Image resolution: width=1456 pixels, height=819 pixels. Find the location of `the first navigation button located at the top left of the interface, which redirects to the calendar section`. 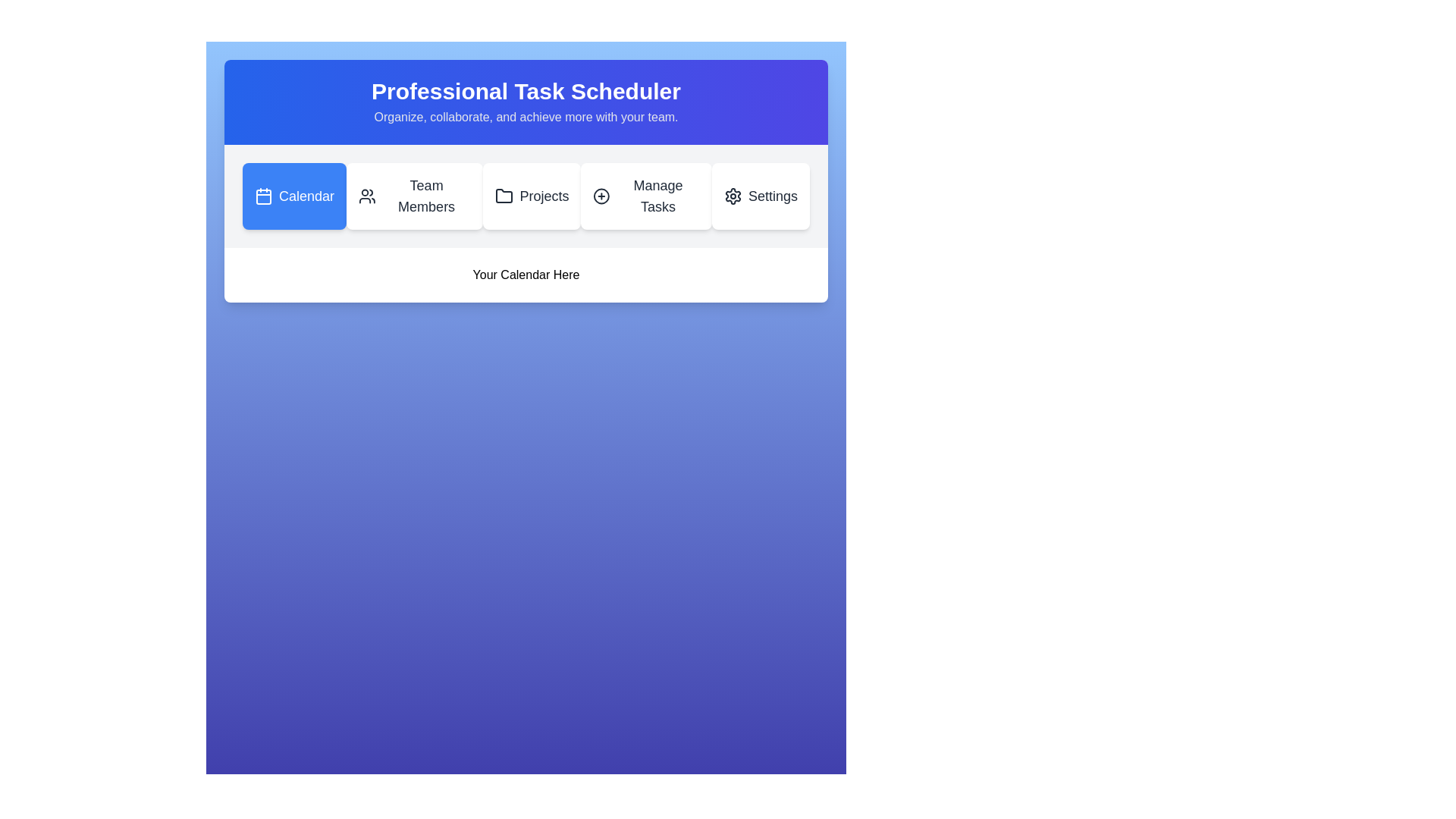

the first navigation button located at the top left of the interface, which redirects to the calendar section is located at coordinates (294, 195).